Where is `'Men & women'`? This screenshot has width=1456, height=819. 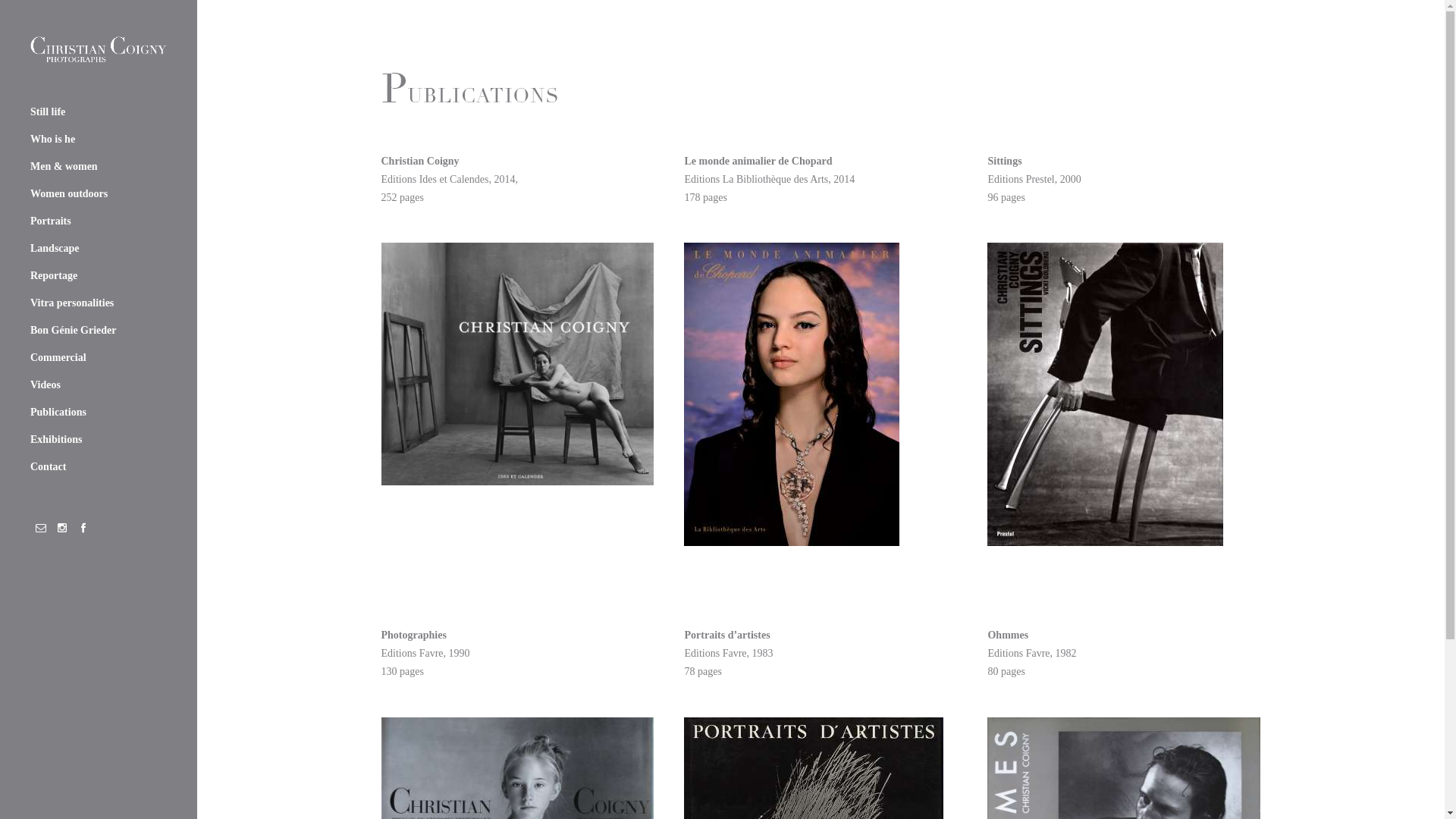 'Men & women' is located at coordinates (97, 166).